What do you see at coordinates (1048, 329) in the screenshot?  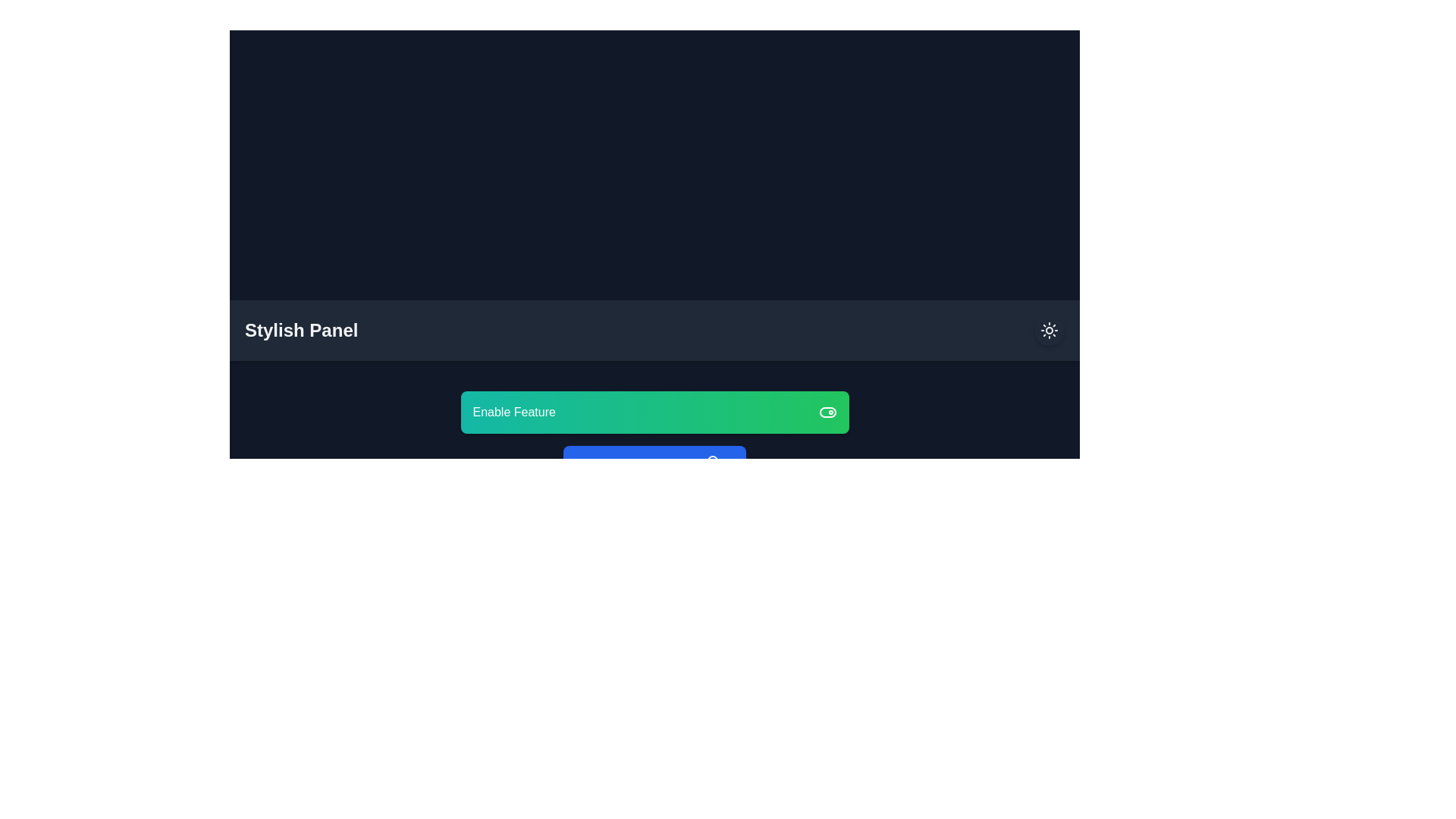 I see `the rounded button with a sun icon on the 'Stylish Panel'` at bounding box center [1048, 329].